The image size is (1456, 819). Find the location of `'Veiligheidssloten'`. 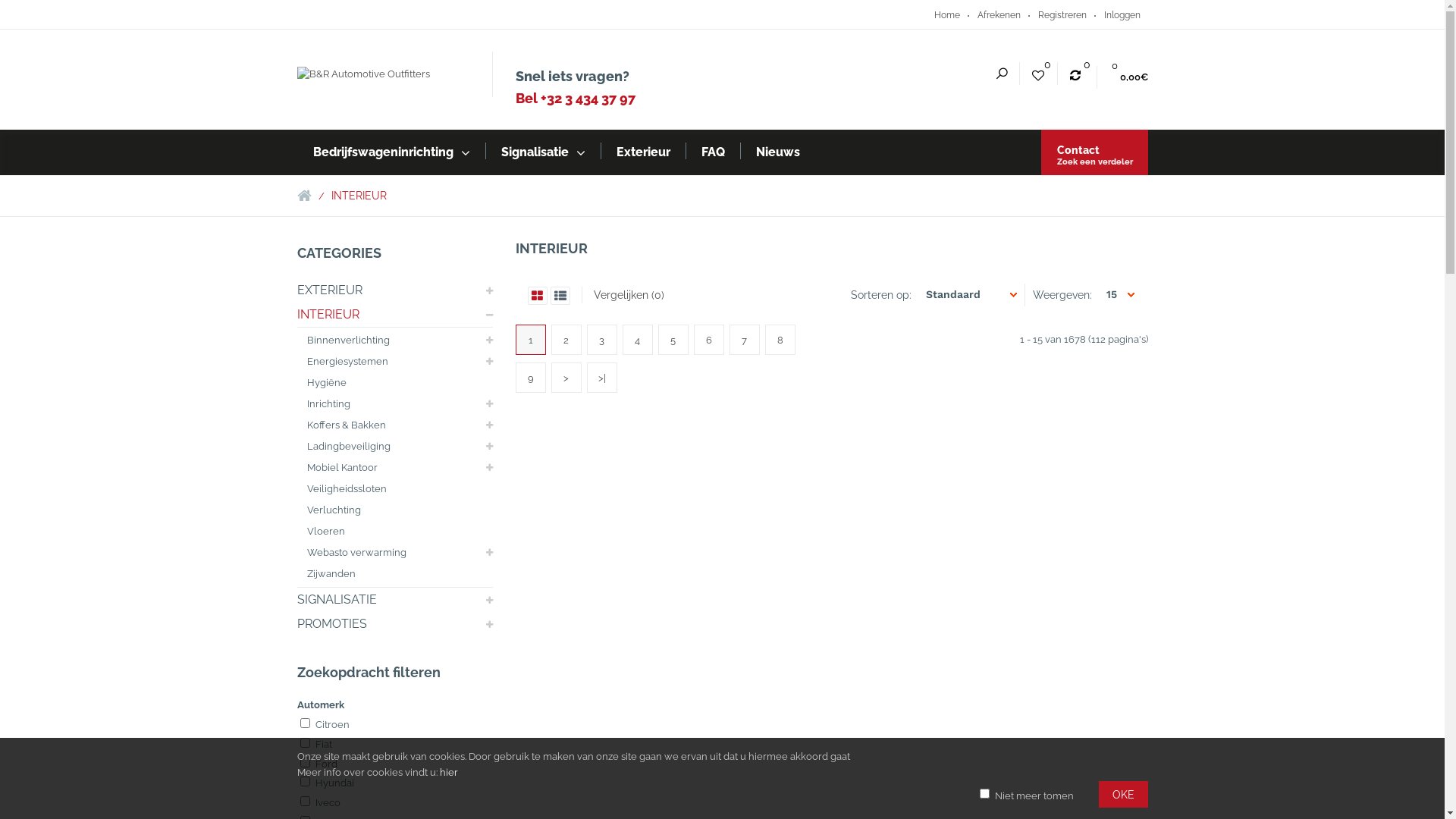

'Veiligheidssloten' is located at coordinates (345, 488).